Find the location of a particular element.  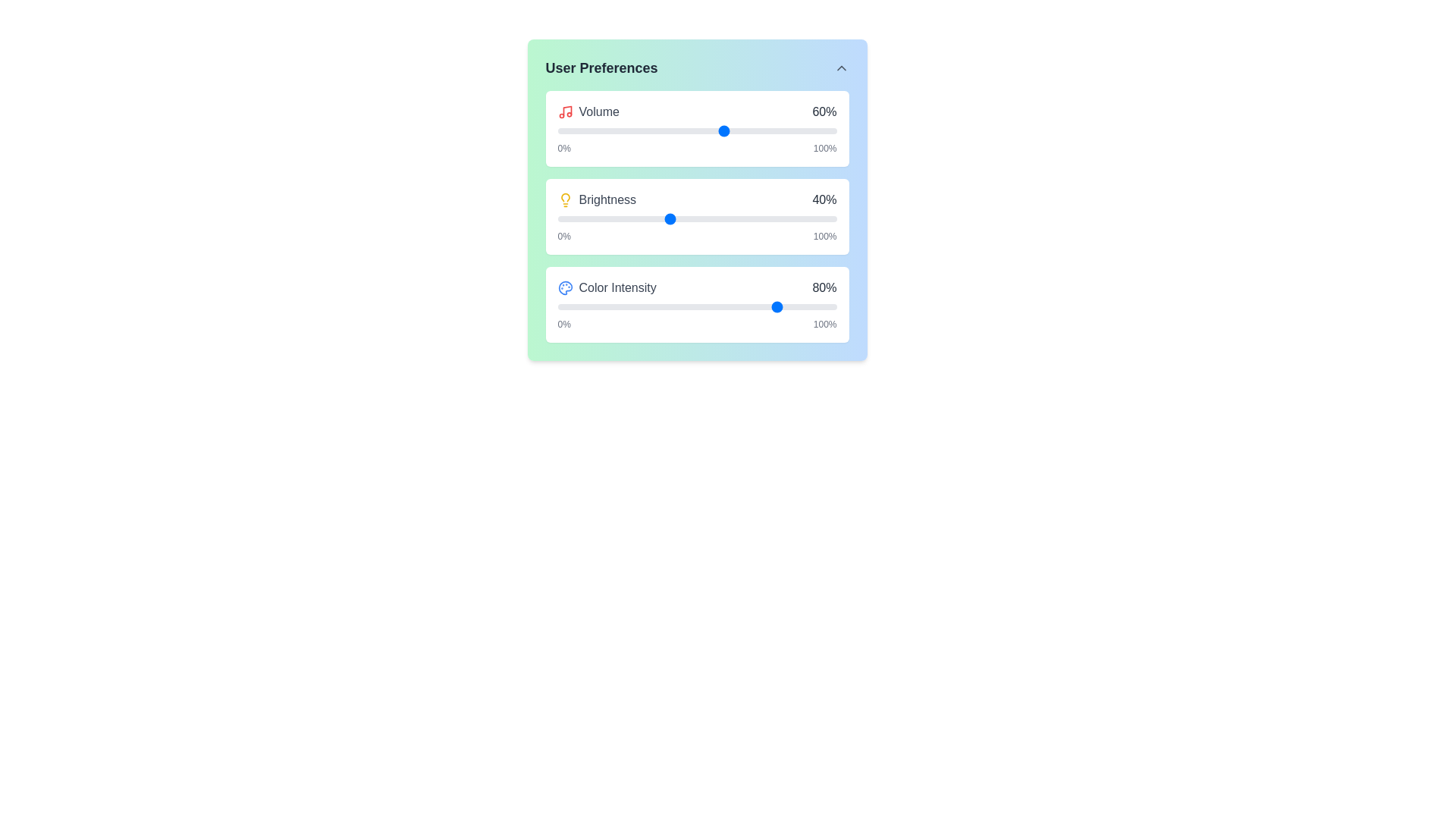

the '0%' label indicating the minimum value for the associated volume slider is located at coordinates (563, 149).